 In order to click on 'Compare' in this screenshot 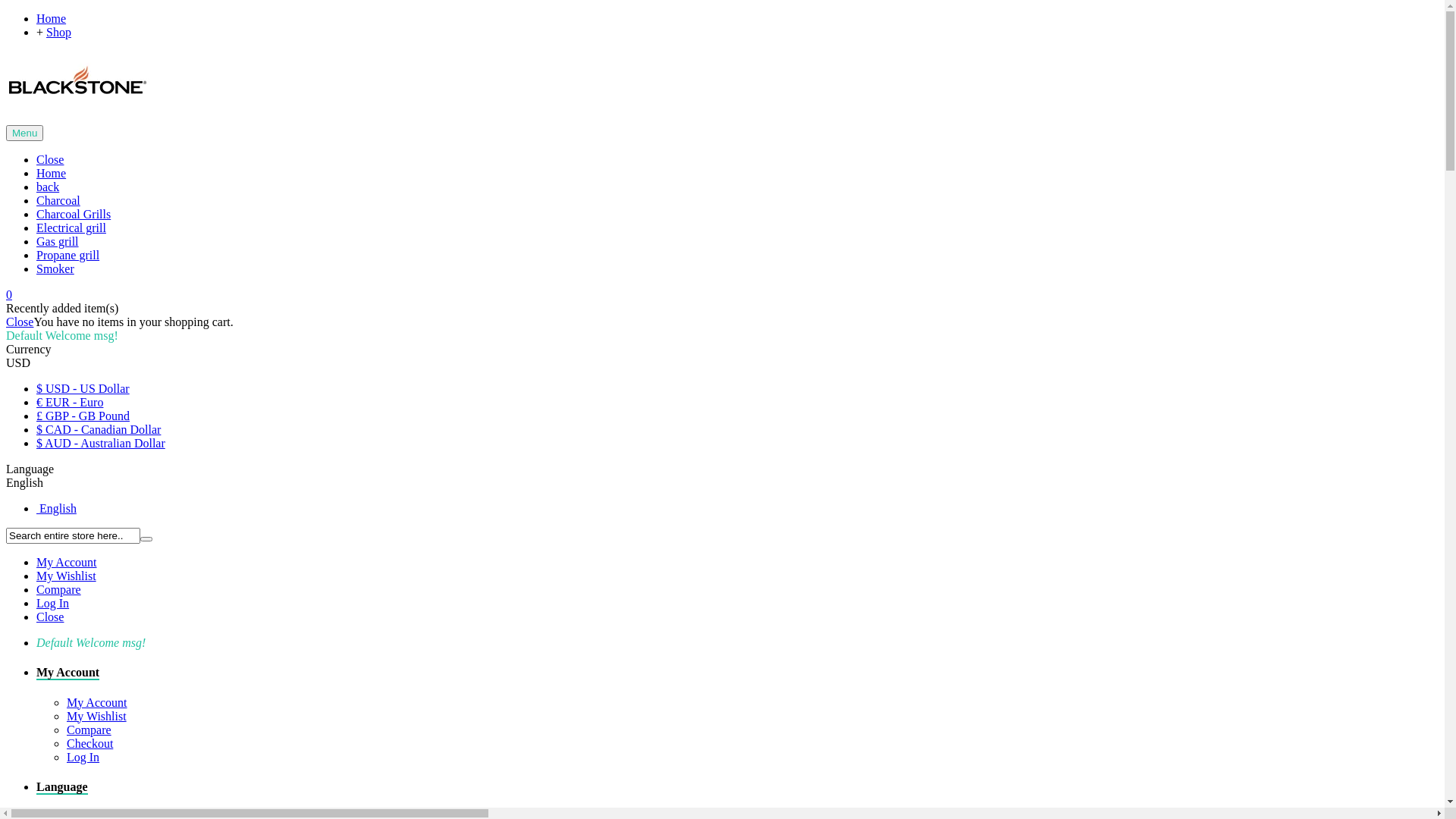, I will do `click(58, 588)`.